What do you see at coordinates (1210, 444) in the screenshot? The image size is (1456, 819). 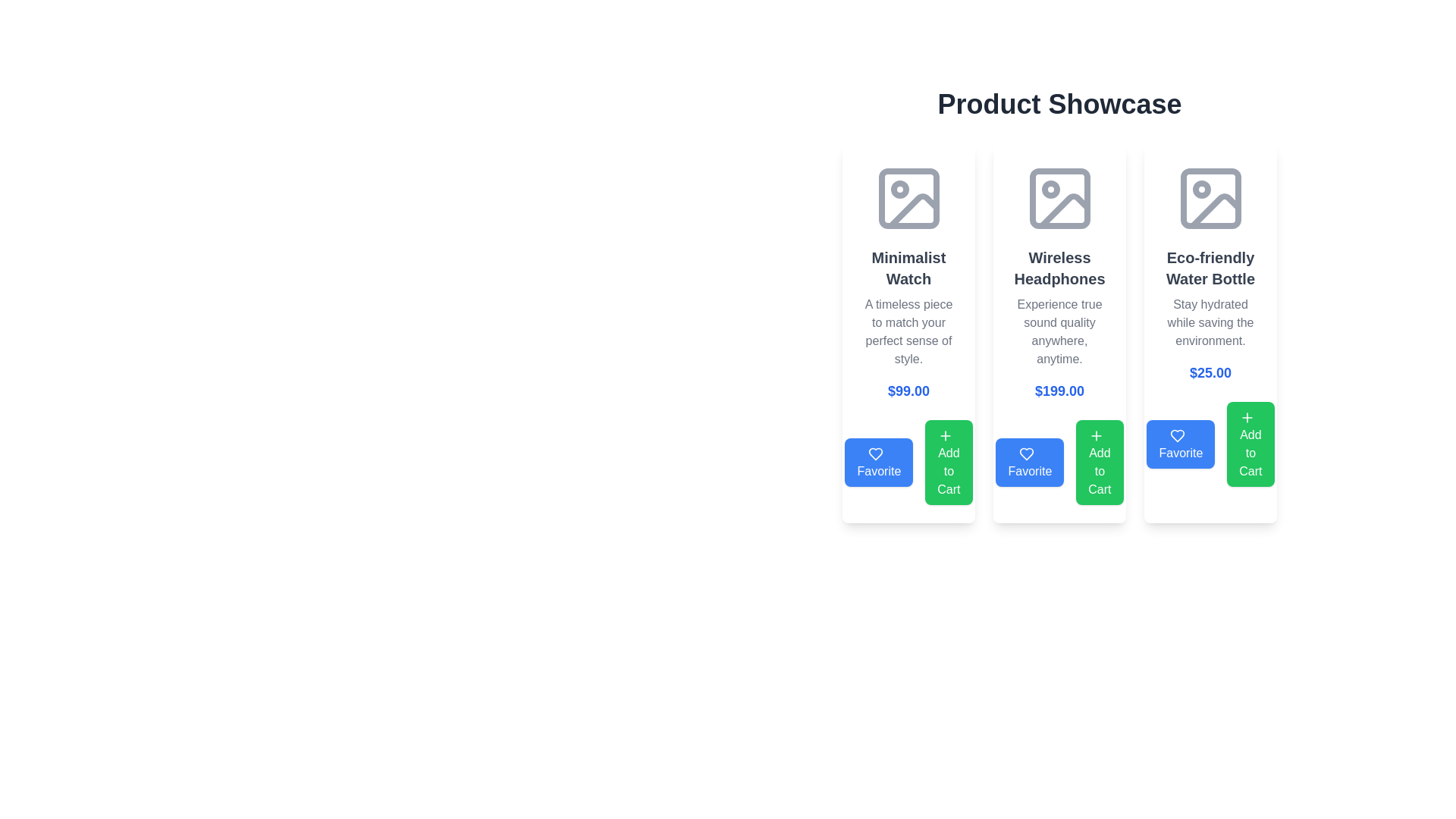 I see `the favorite button for the 'Eco-friendly Water Bottle' to observe any hover effects` at bounding box center [1210, 444].